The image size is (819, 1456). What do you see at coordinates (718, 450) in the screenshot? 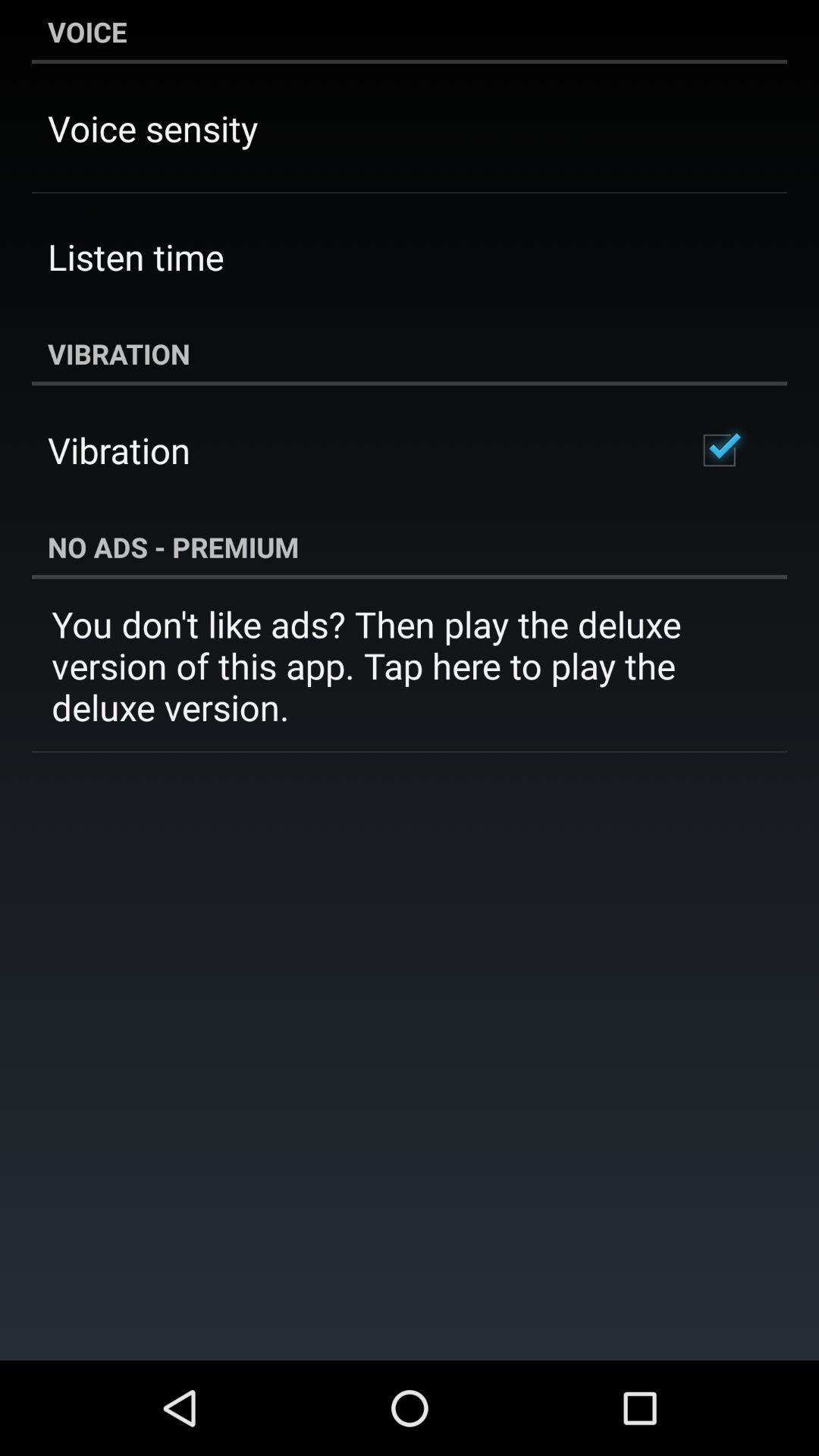
I see `the icon above no ads - premium item` at bounding box center [718, 450].